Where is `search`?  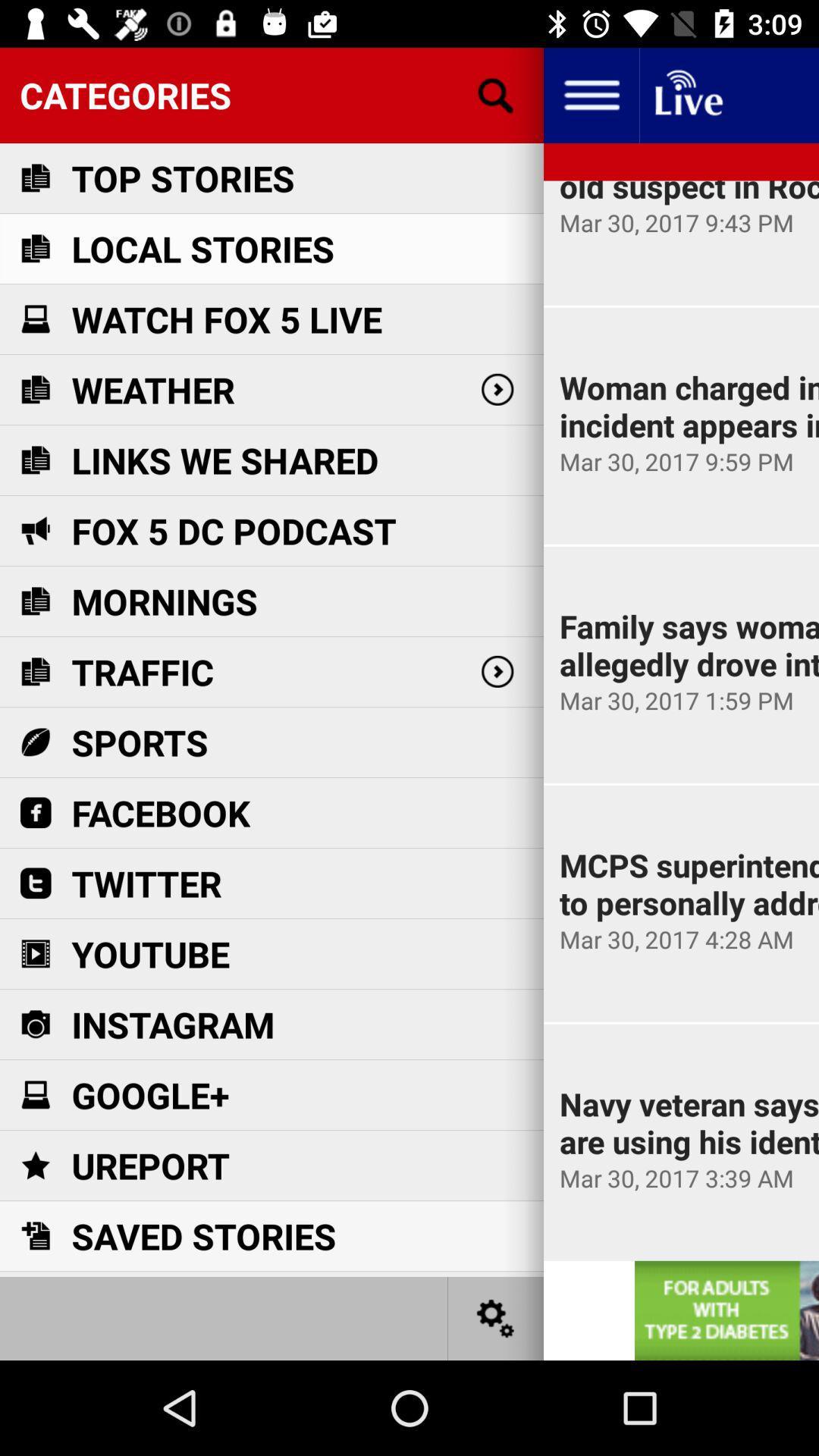
search is located at coordinates (496, 94).